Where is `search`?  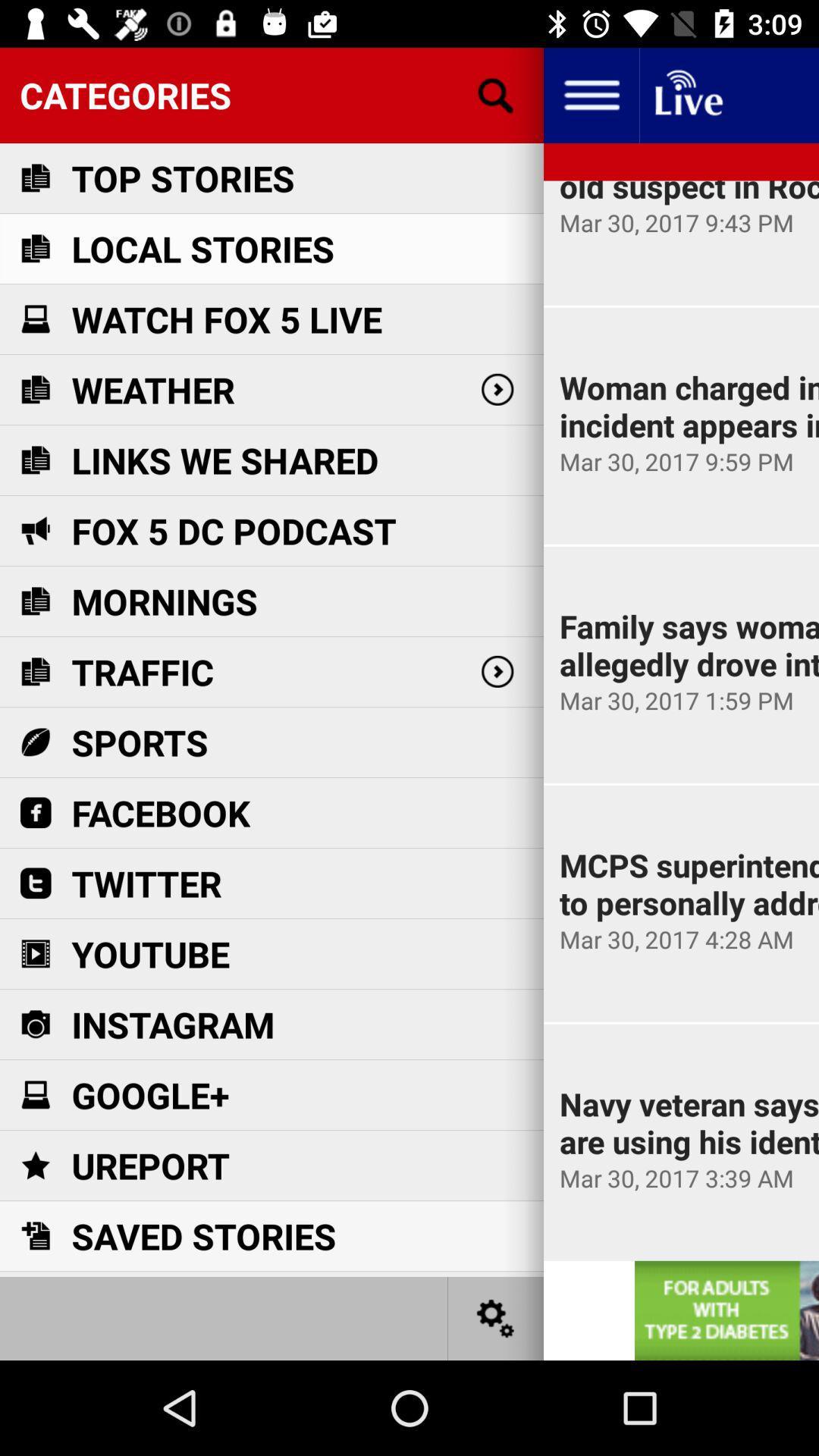
search is located at coordinates (496, 94).